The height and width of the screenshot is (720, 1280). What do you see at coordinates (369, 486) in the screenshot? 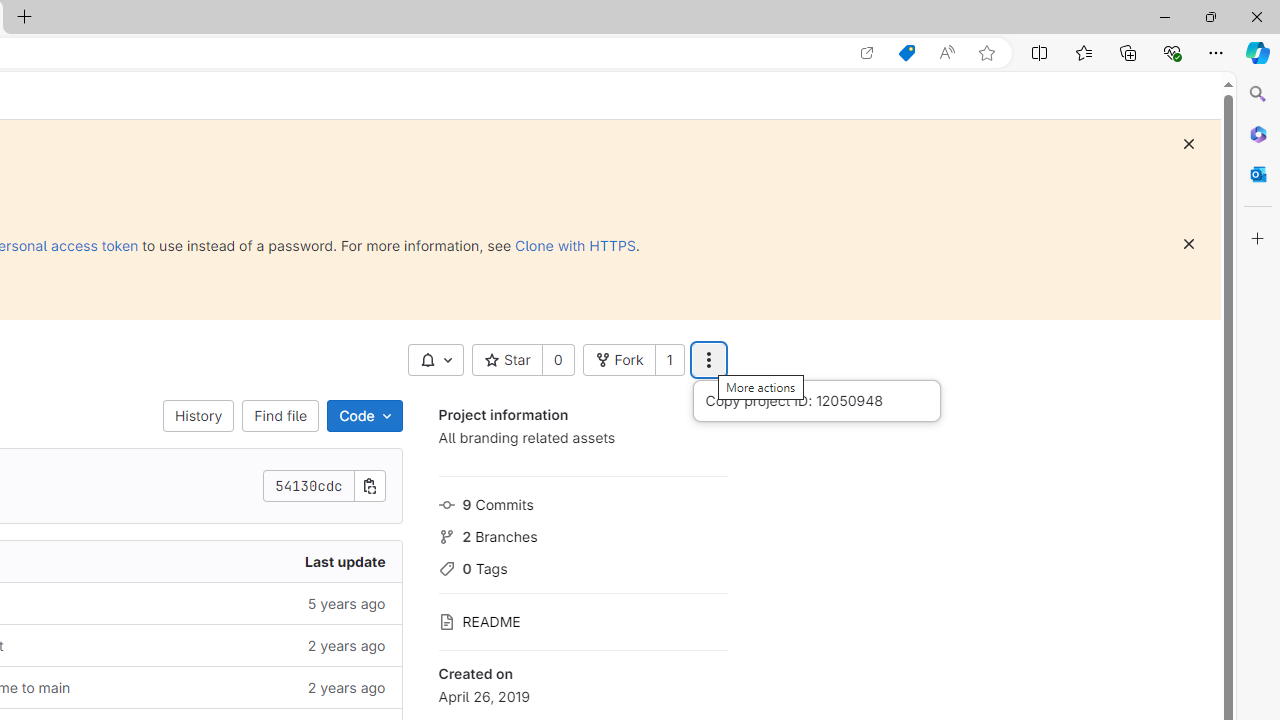
I see `'Copy commit SHA'` at bounding box center [369, 486].